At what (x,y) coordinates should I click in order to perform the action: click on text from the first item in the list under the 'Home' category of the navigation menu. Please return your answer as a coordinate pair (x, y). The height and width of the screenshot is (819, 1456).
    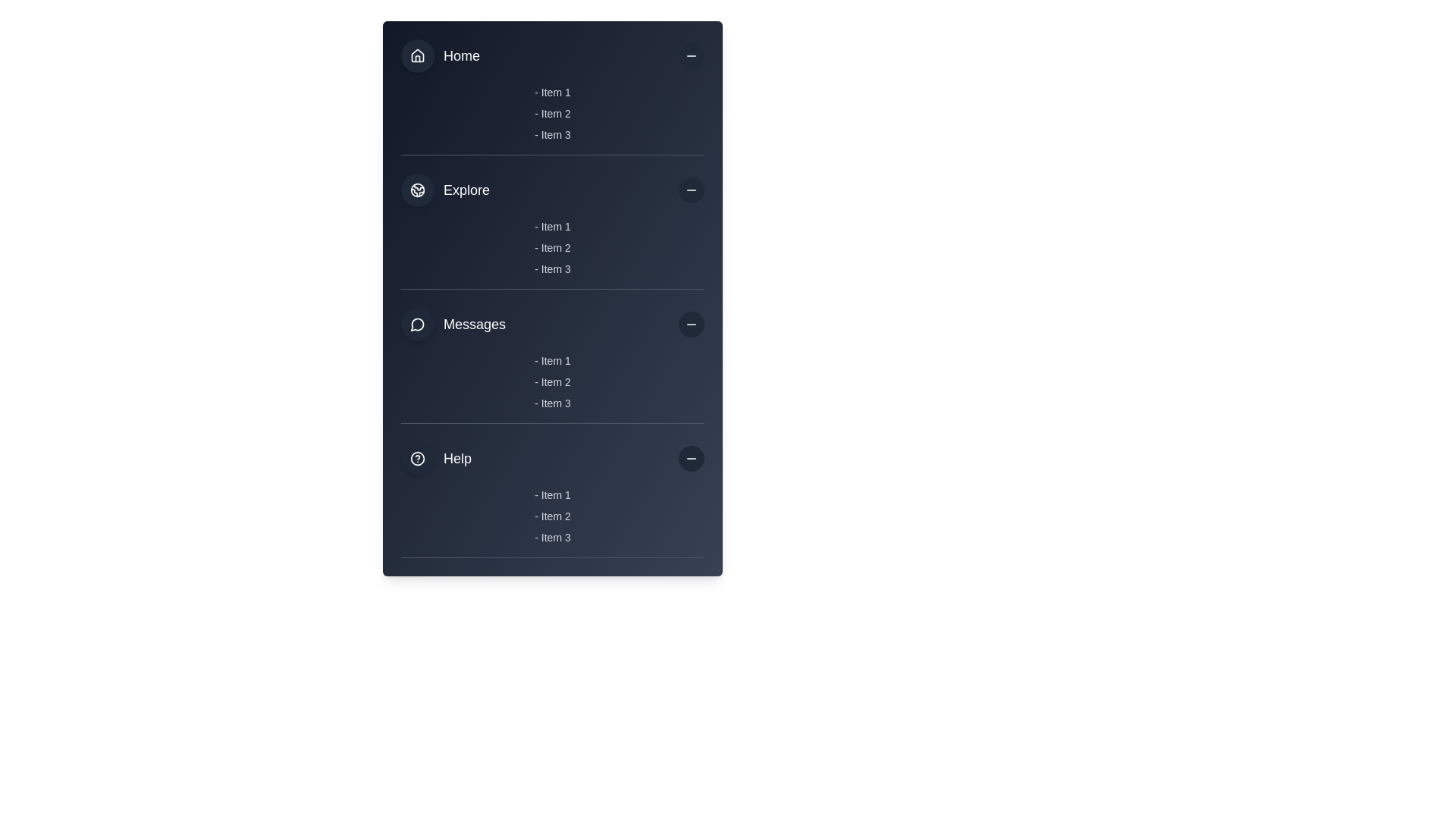
    Looking at the image, I should click on (552, 93).